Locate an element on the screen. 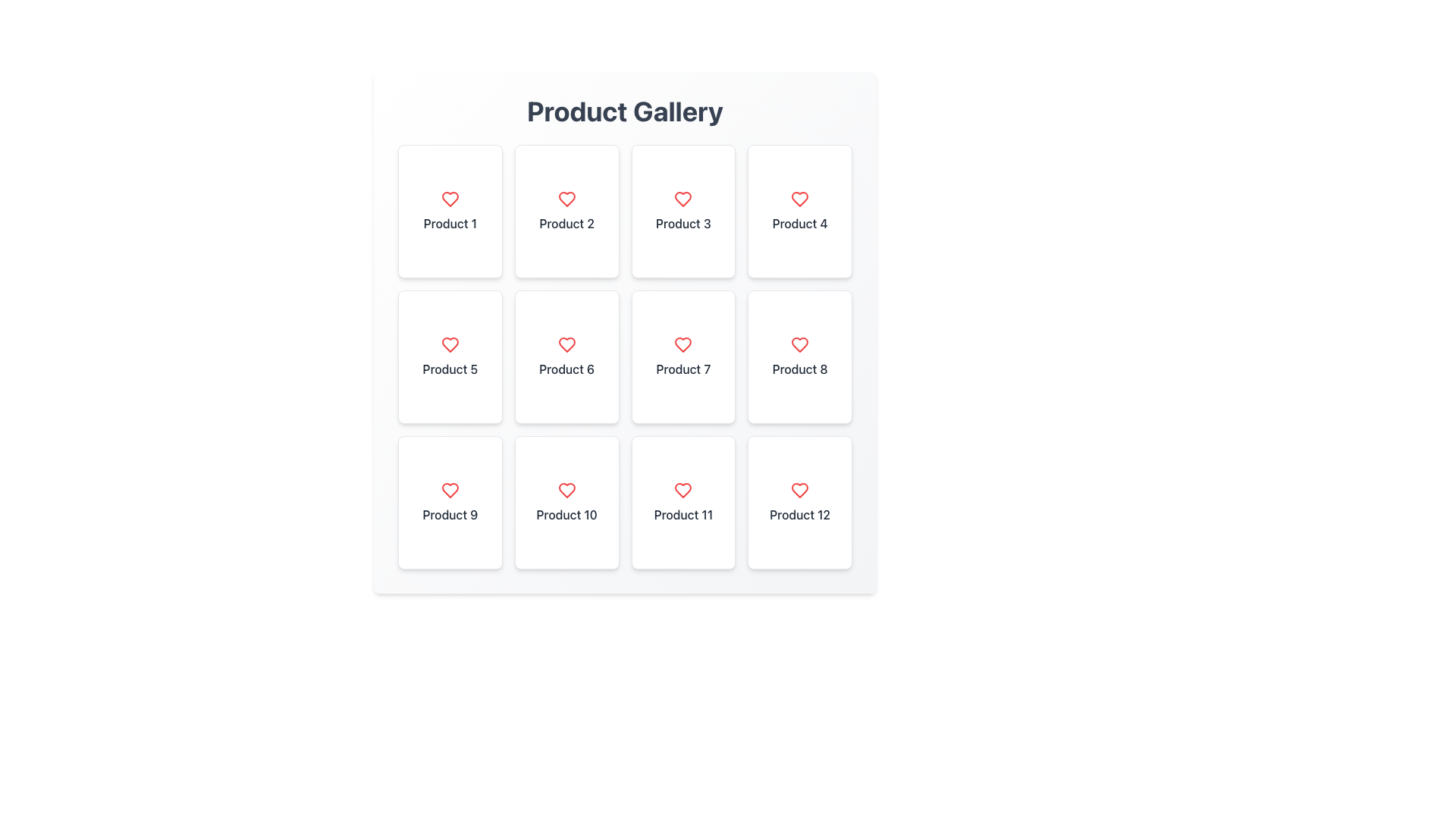 This screenshot has width=1456, height=819. the Text Label that identifies the product in the grid, located in the third row and second column, centered horizontally below the heart icon is located at coordinates (799, 369).